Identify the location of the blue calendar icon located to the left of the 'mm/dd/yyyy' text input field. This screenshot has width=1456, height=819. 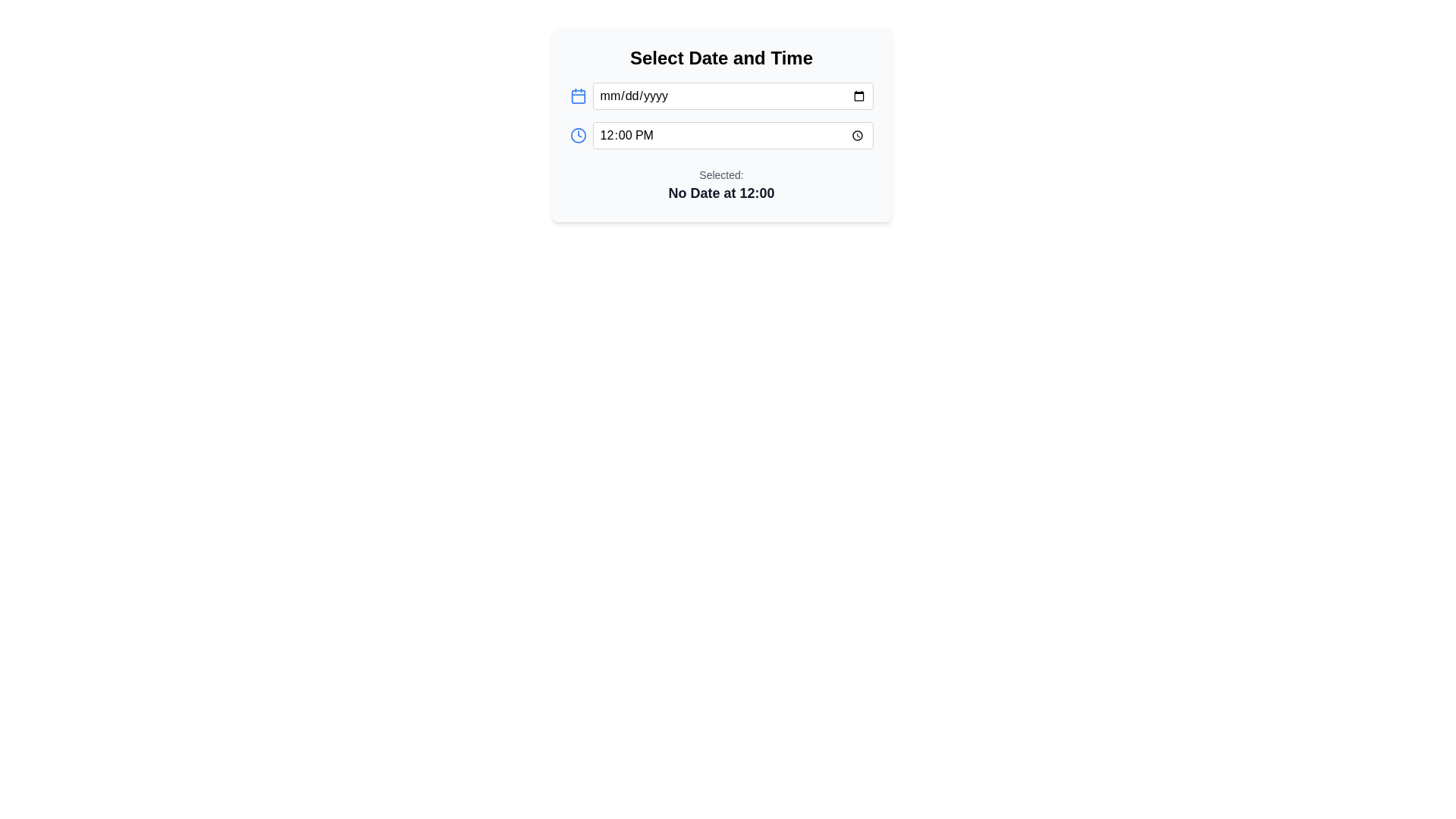
(577, 96).